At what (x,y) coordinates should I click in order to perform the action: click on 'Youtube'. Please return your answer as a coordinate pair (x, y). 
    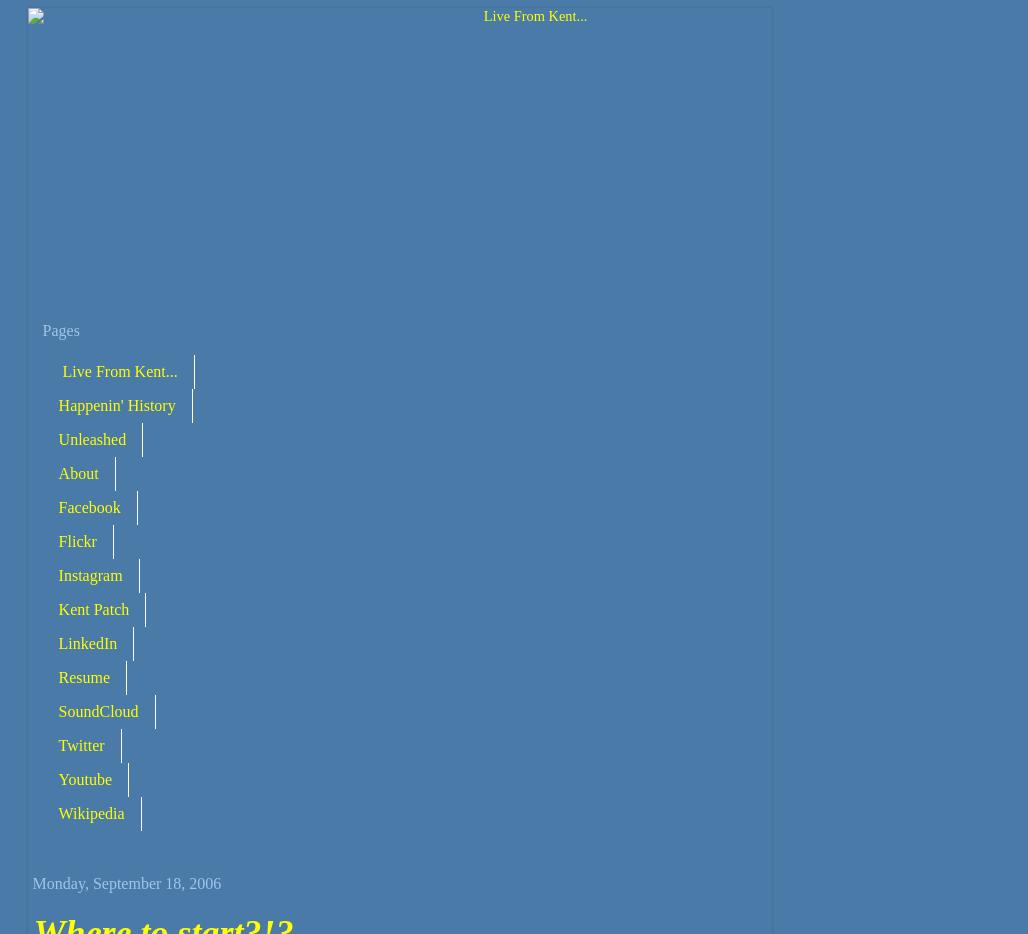
    Looking at the image, I should click on (57, 777).